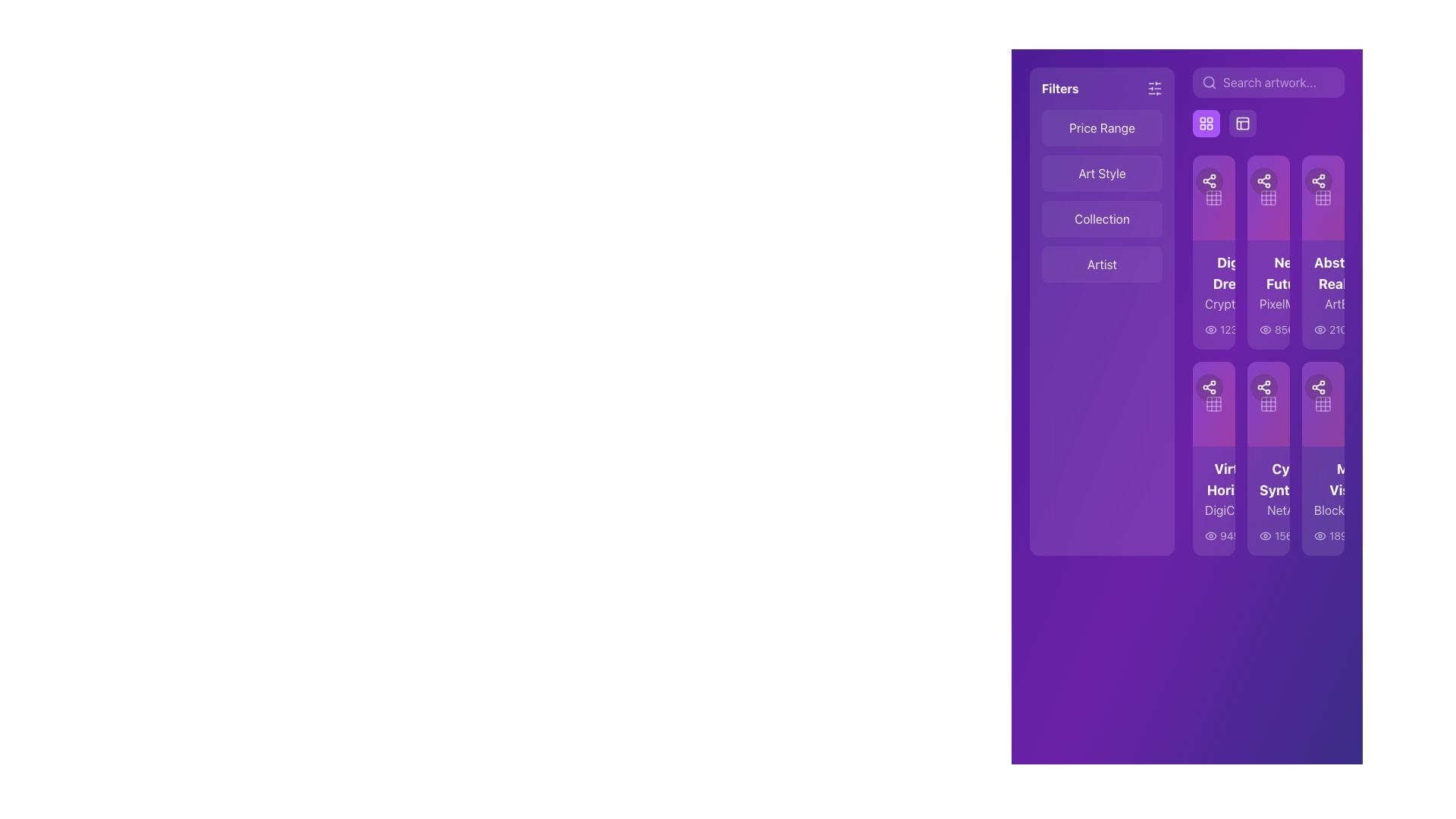 Image resolution: width=1456 pixels, height=819 pixels. I want to click on the fourth button in the vertically arranged group under the 'Filters' section, so click(1102, 263).